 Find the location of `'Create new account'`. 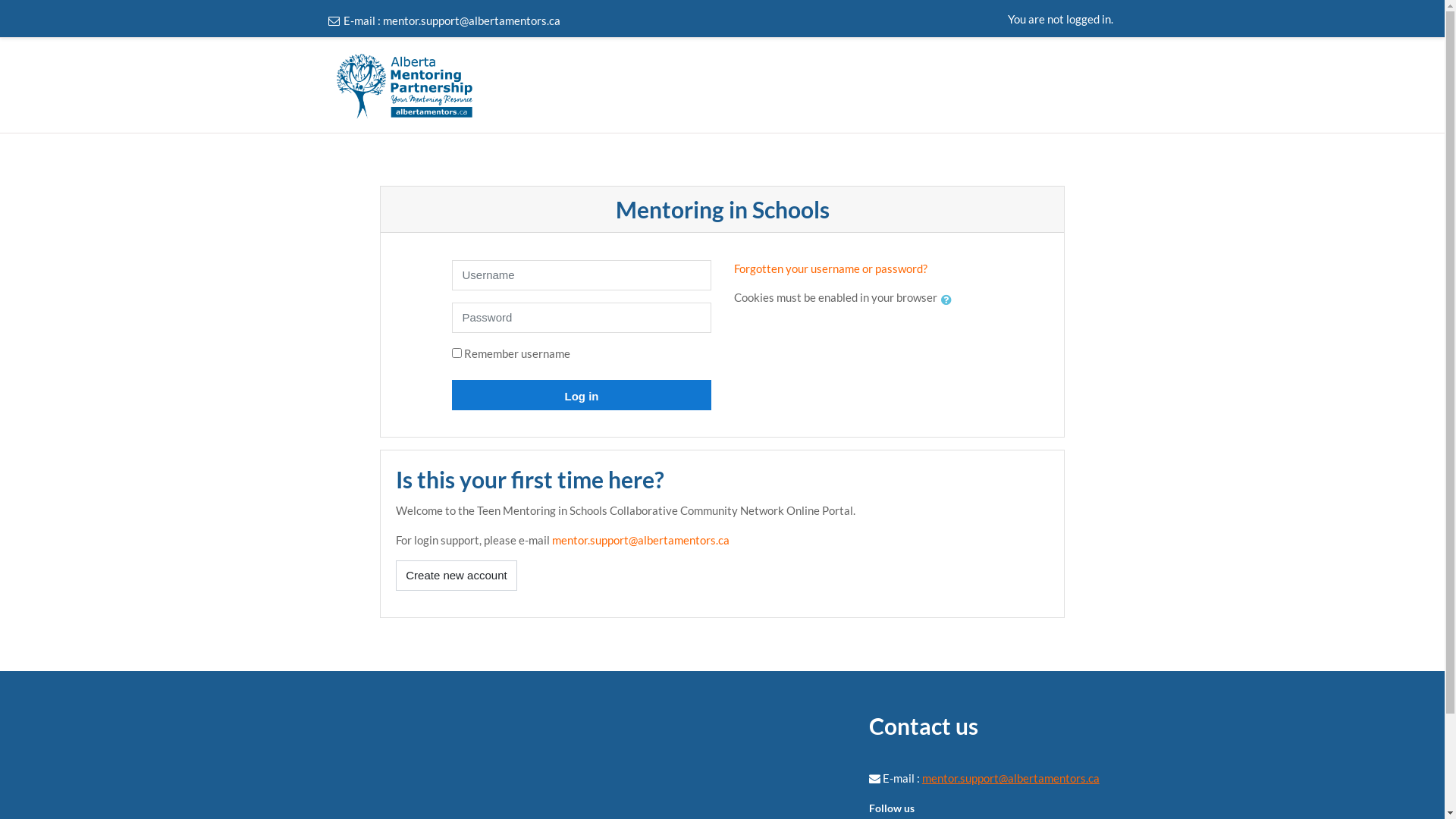

'Create new account' is located at coordinates (396, 576).